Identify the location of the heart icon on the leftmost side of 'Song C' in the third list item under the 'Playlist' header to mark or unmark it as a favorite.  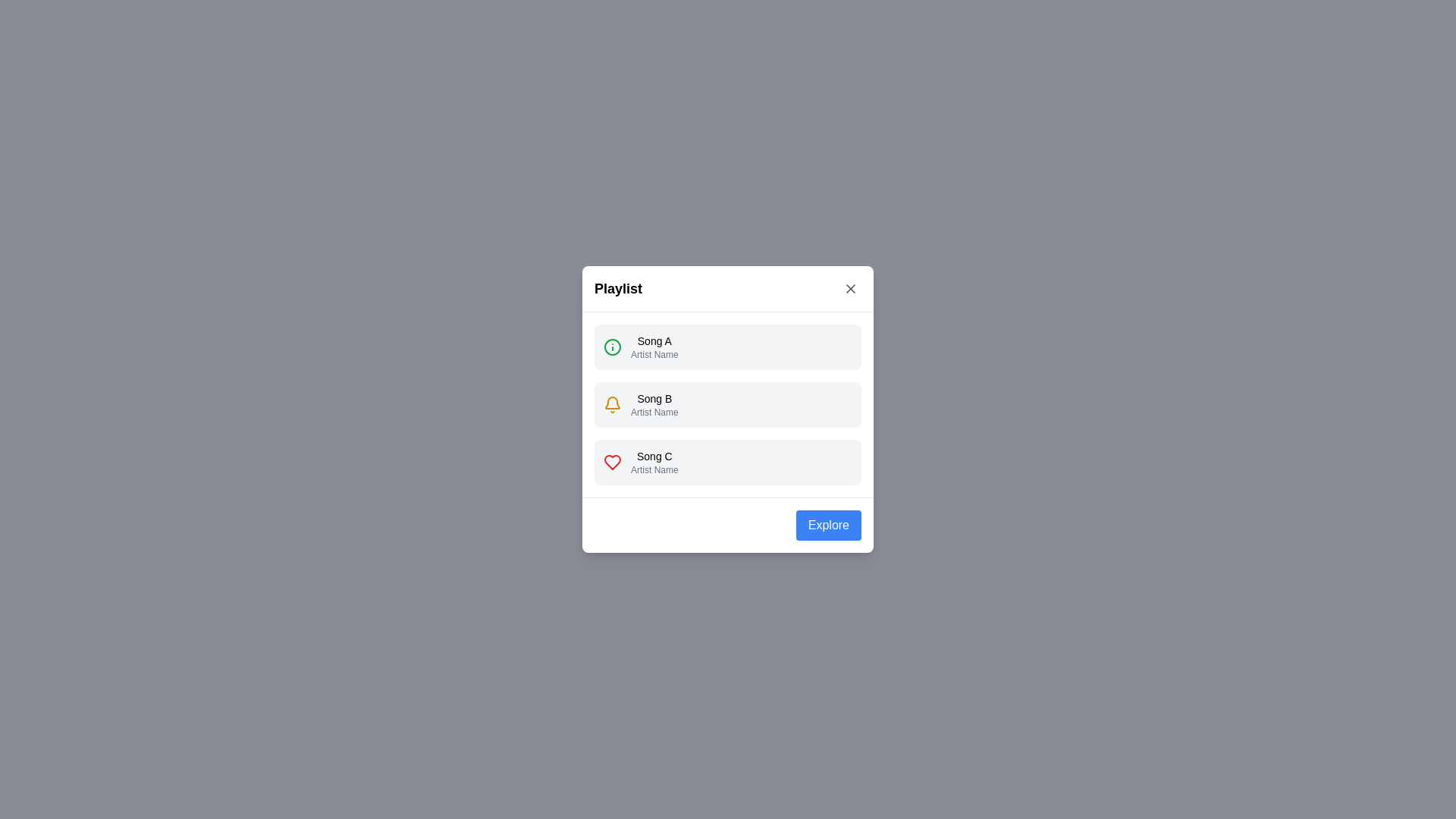
(612, 461).